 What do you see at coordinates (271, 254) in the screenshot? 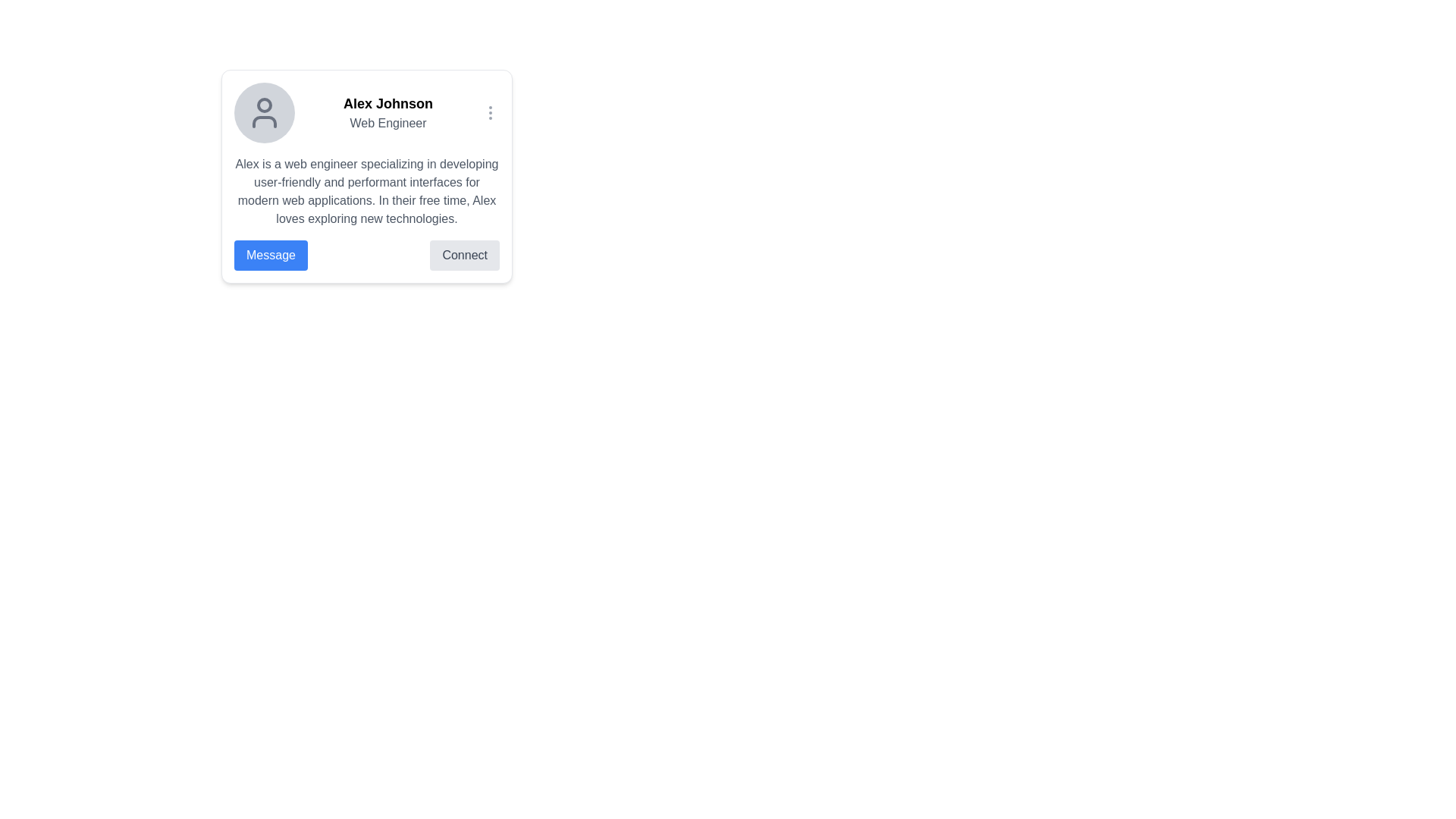
I see `the blue rectangular button labeled 'Message' with white text to initiate messaging` at bounding box center [271, 254].